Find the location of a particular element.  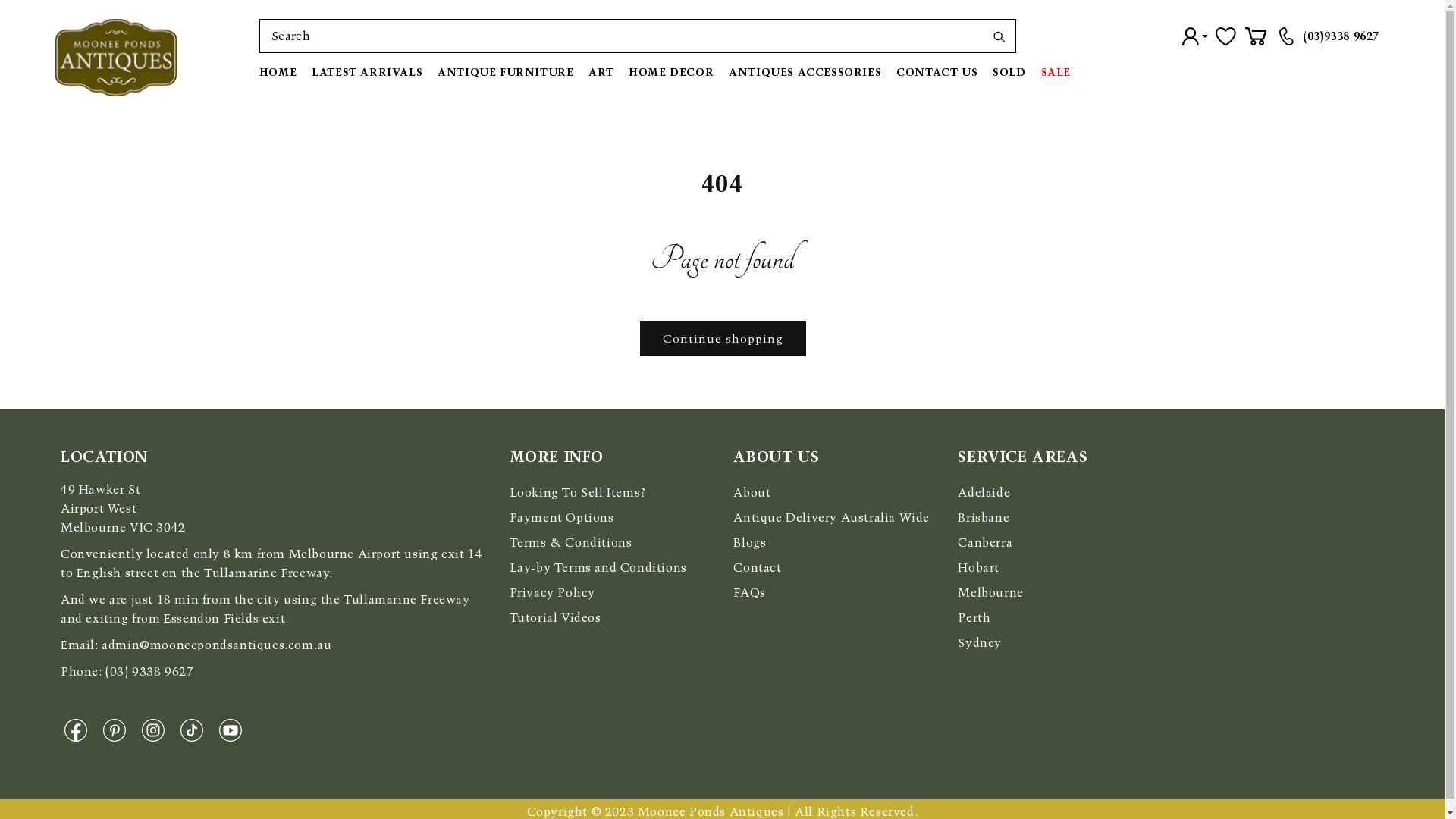

'Cart' is located at coordinates (1256, 34).